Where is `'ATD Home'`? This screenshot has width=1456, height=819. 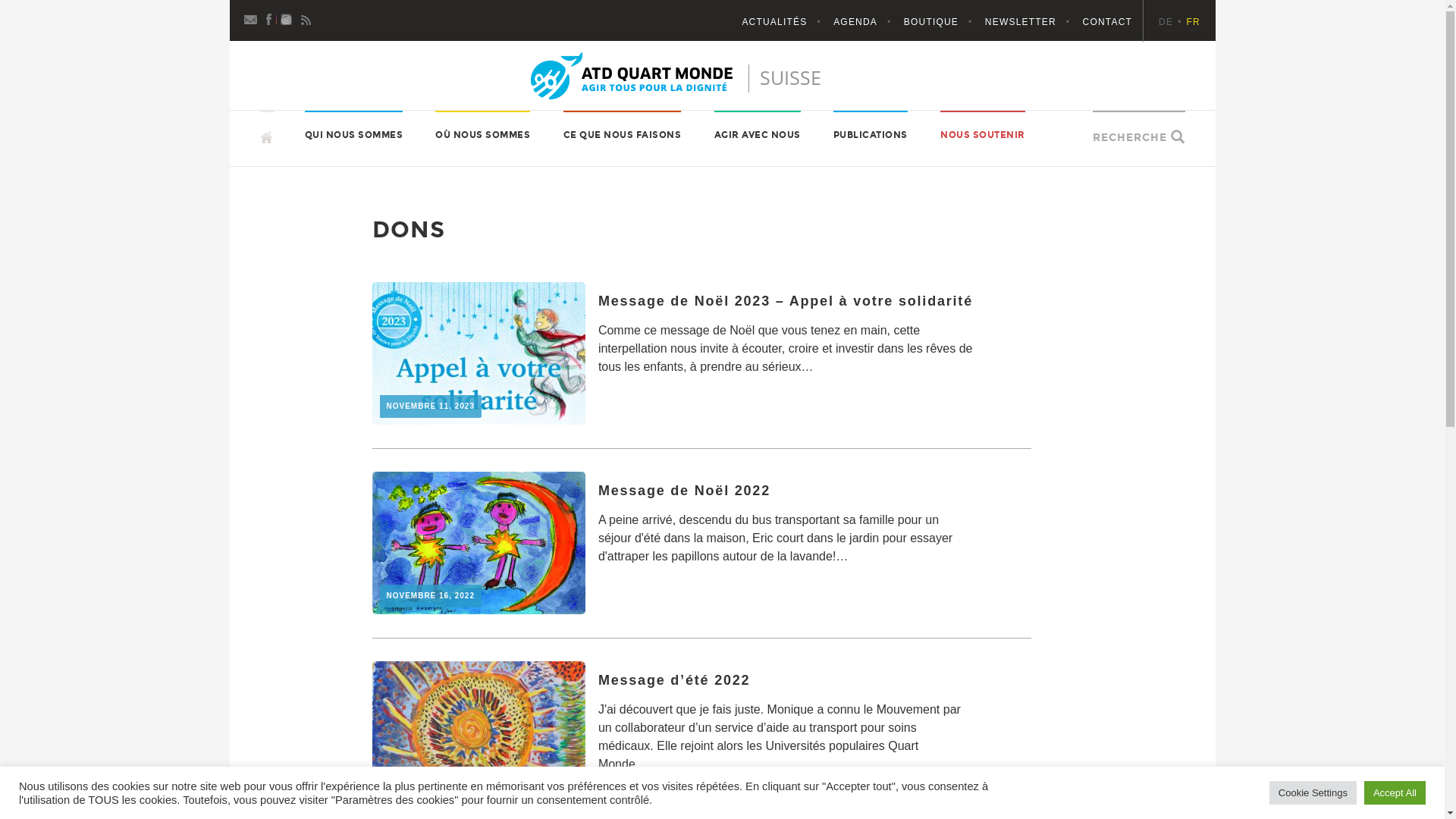
'ATD Home' is located at coordinates (722, 76).